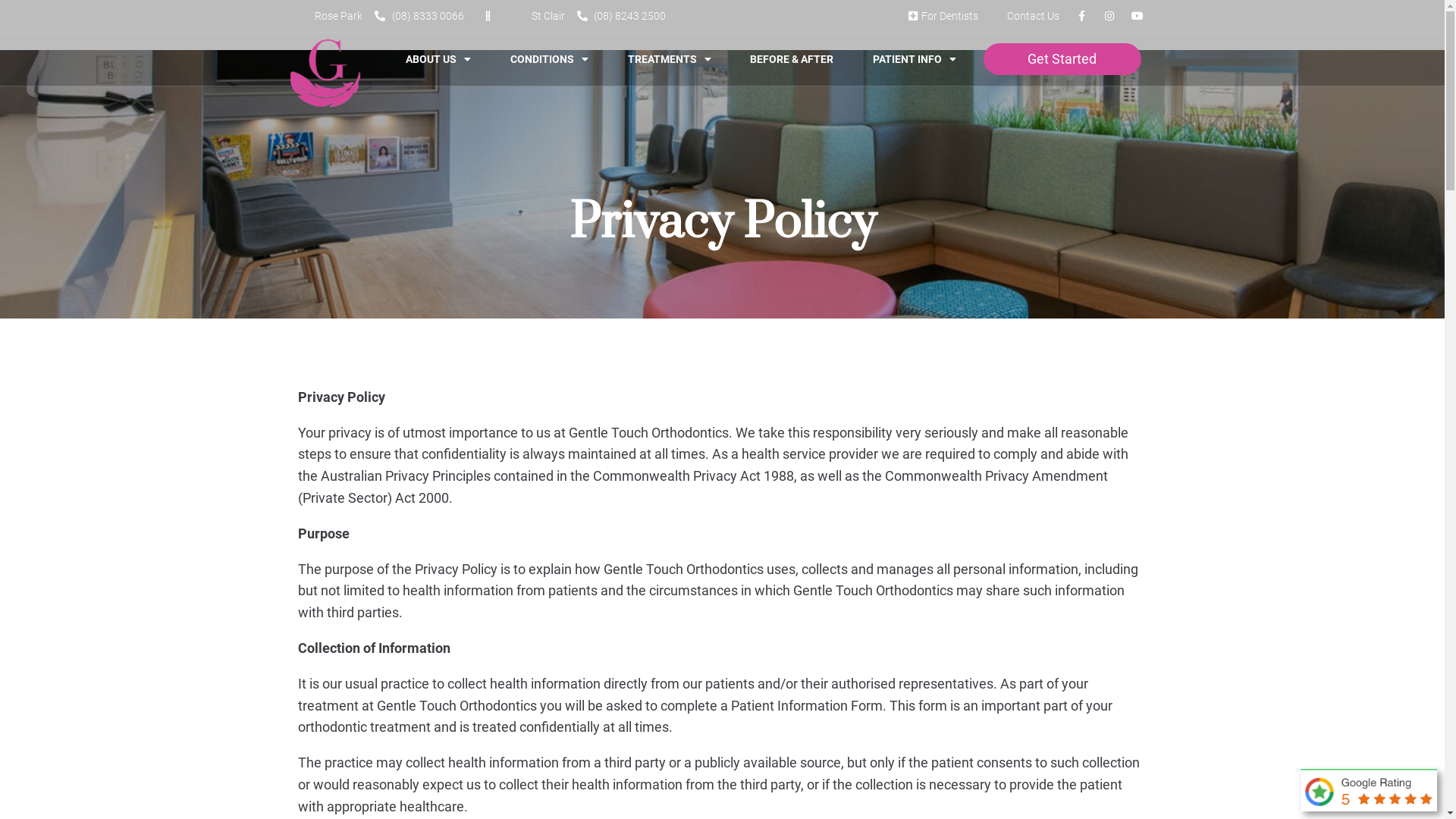 This screenshot has height=819, width=1456. What do you see at coordinates (990, 15) in the screenshot?
I see `'Contact Us'` at bounding box center [990, 15].